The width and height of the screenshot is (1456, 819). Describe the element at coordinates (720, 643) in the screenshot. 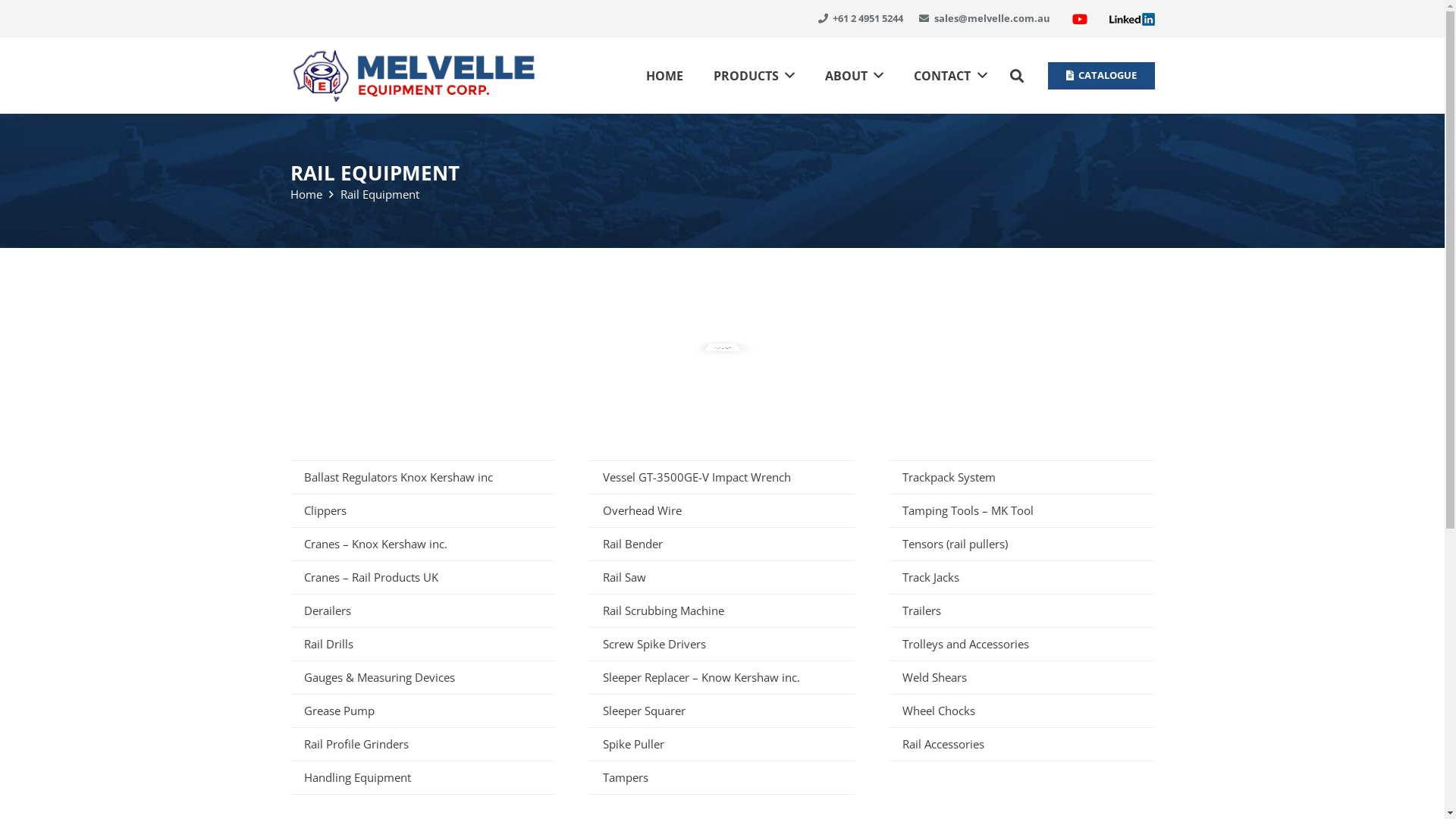

I see `'Screw Spike Drivers'` at that location.